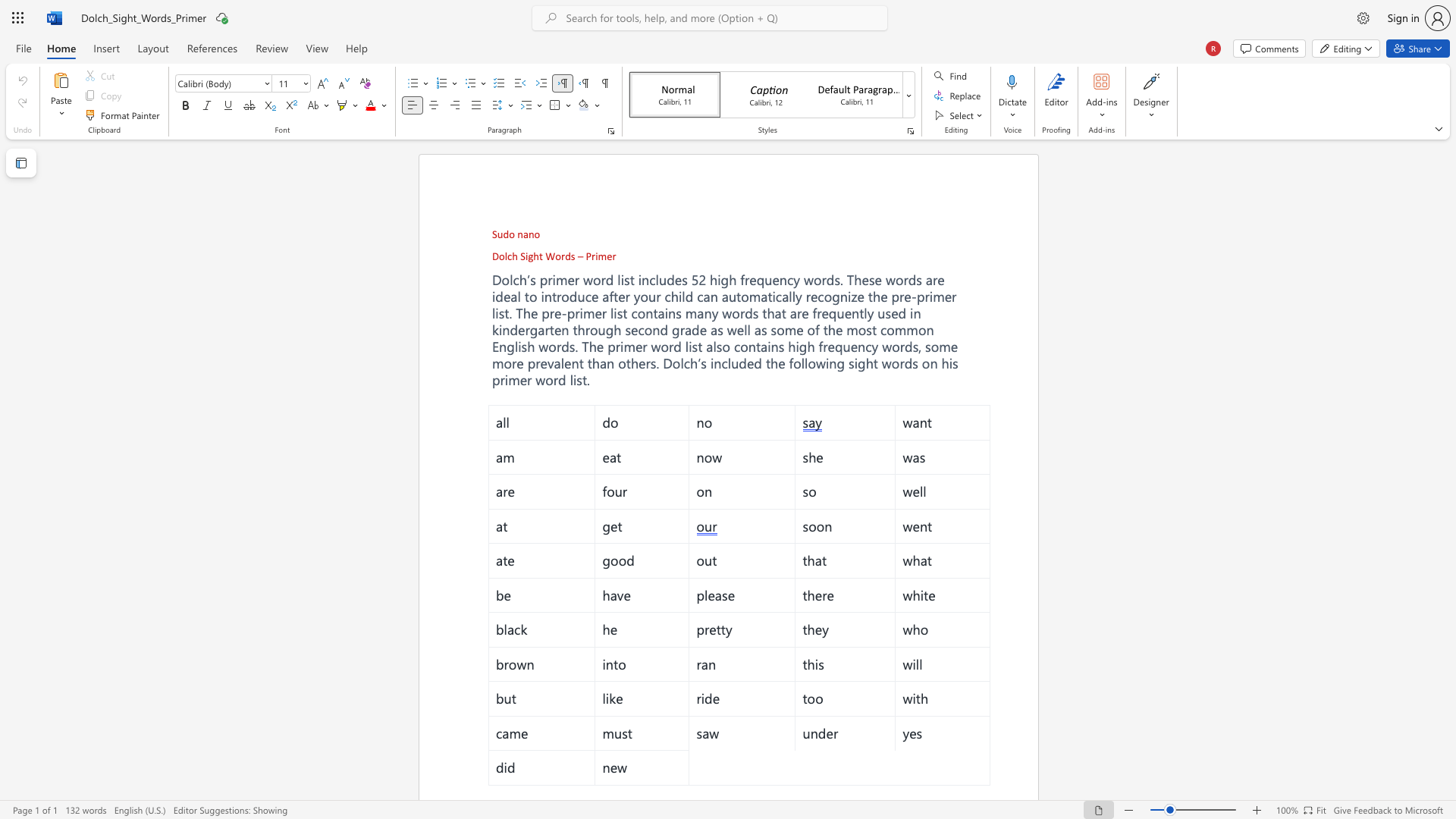 Image resolution: width=1456 pixels, height=819 pixels. What do you see at coordinates (767, 296) in the screenshot?
I see `the subset text "tically recognize the pre-p" within the text "Dolch’s primer word list includes 52 high frequency words. These words are ideal to introduce after your child can automatically recognize the pre-primer list. The pre-primer list"` at bounding box center [767, 296].